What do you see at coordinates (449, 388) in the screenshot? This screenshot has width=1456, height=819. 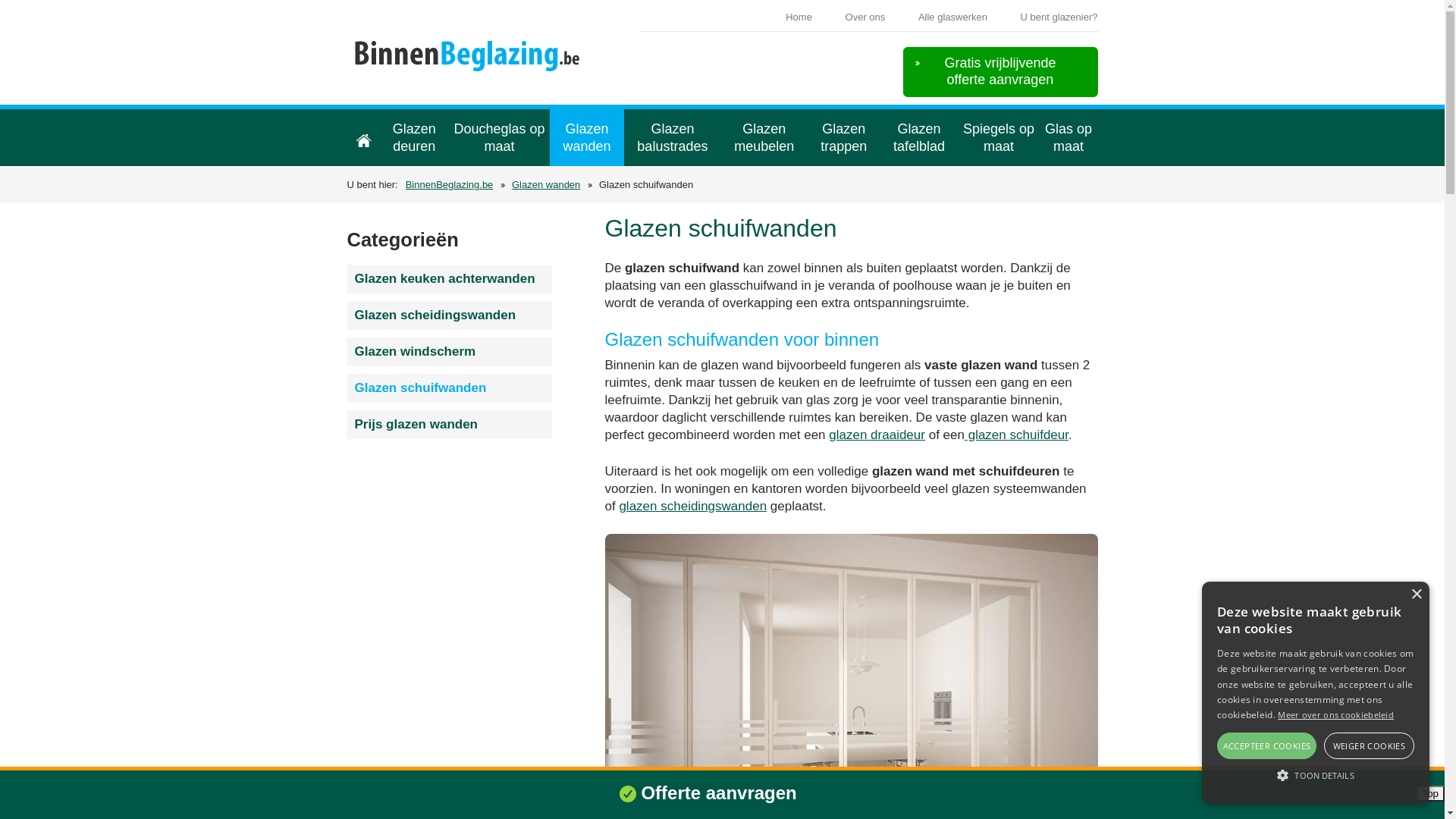 I see `'Glazen schuifwanden'` at bounding box center [449, 388].